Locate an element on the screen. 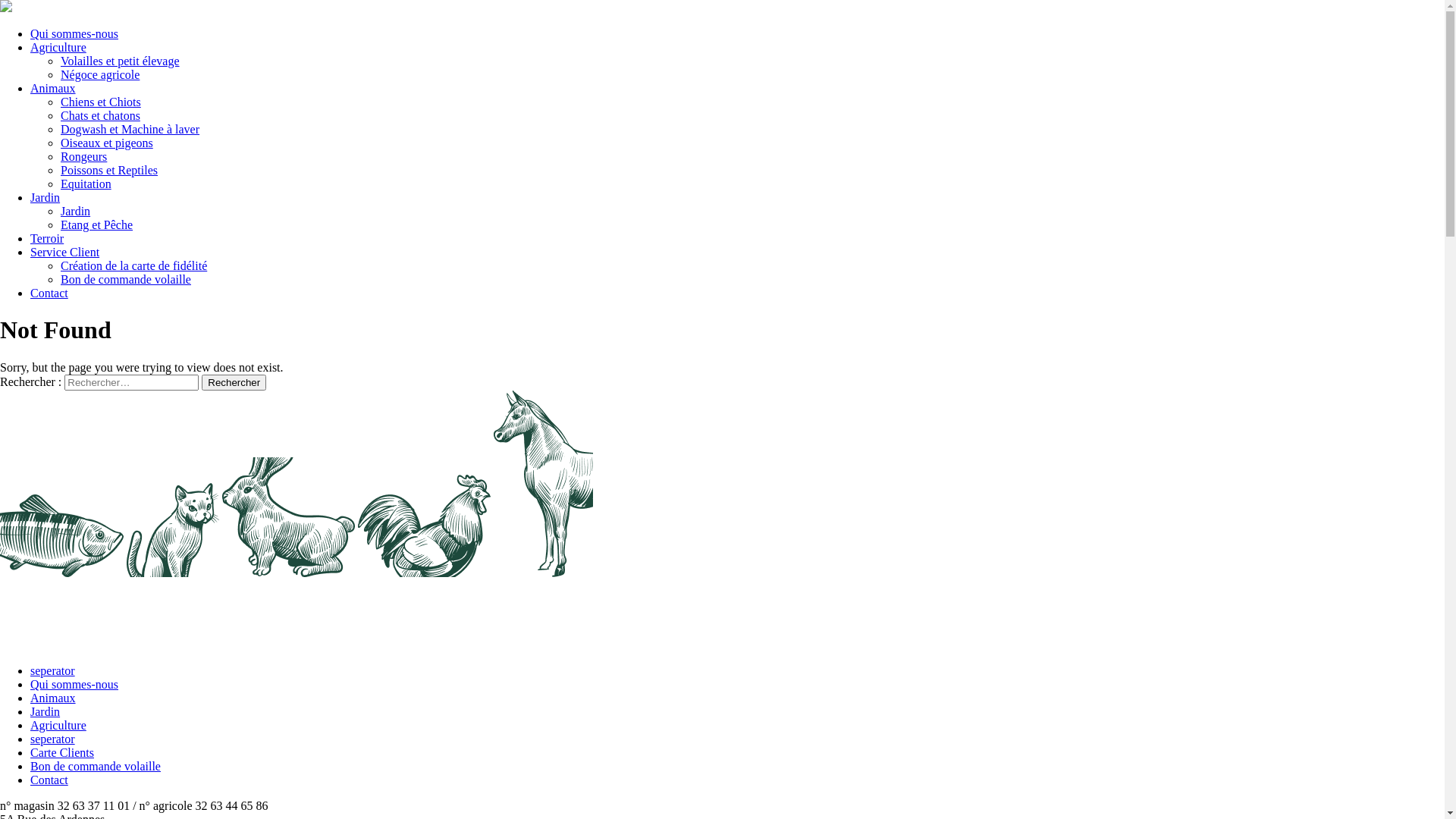  'Rongeurs' is located at coordinates (83, 156).